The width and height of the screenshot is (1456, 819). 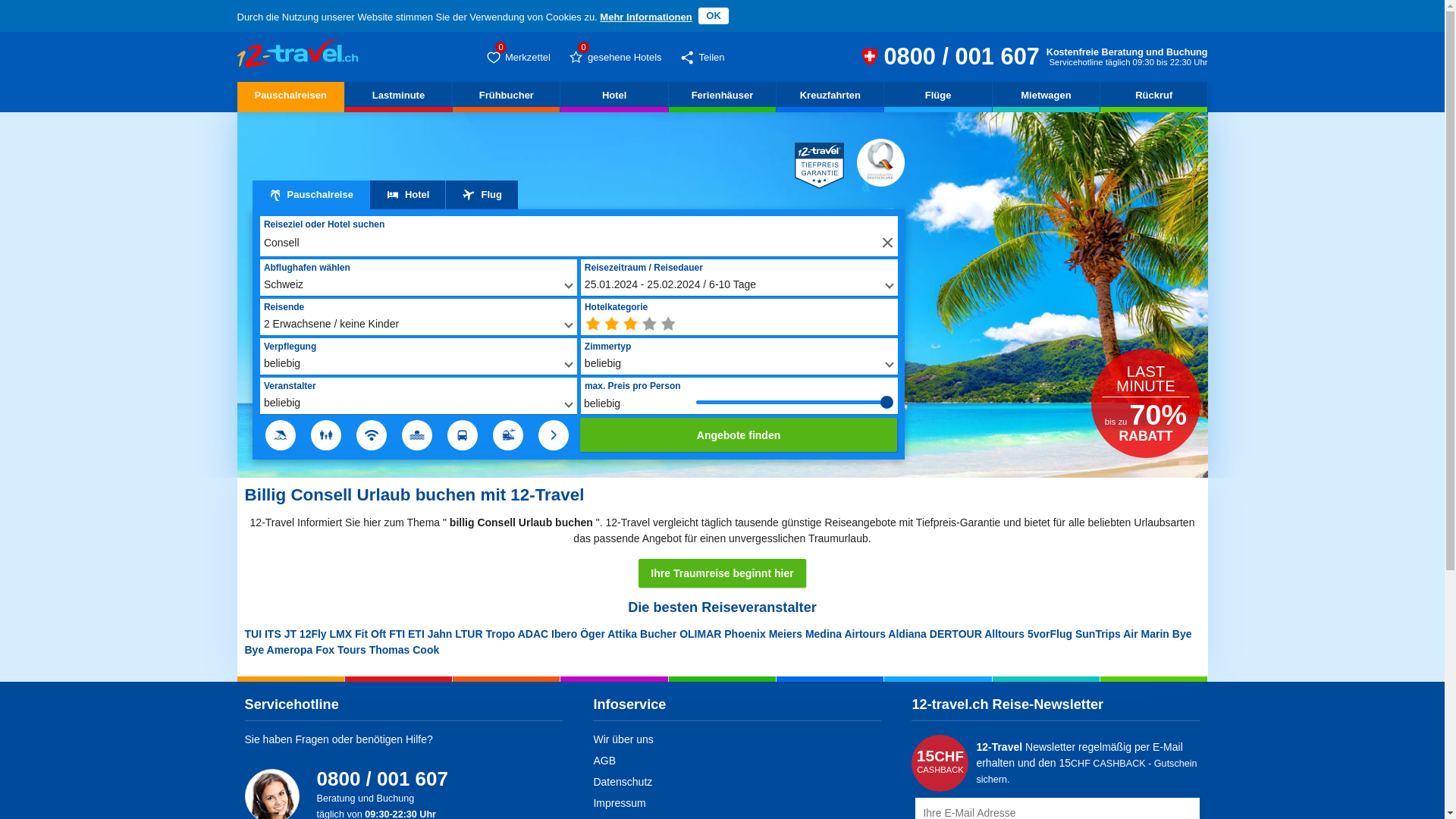 I want to click on 'Mietwagen', so click(x=1045, y=96).